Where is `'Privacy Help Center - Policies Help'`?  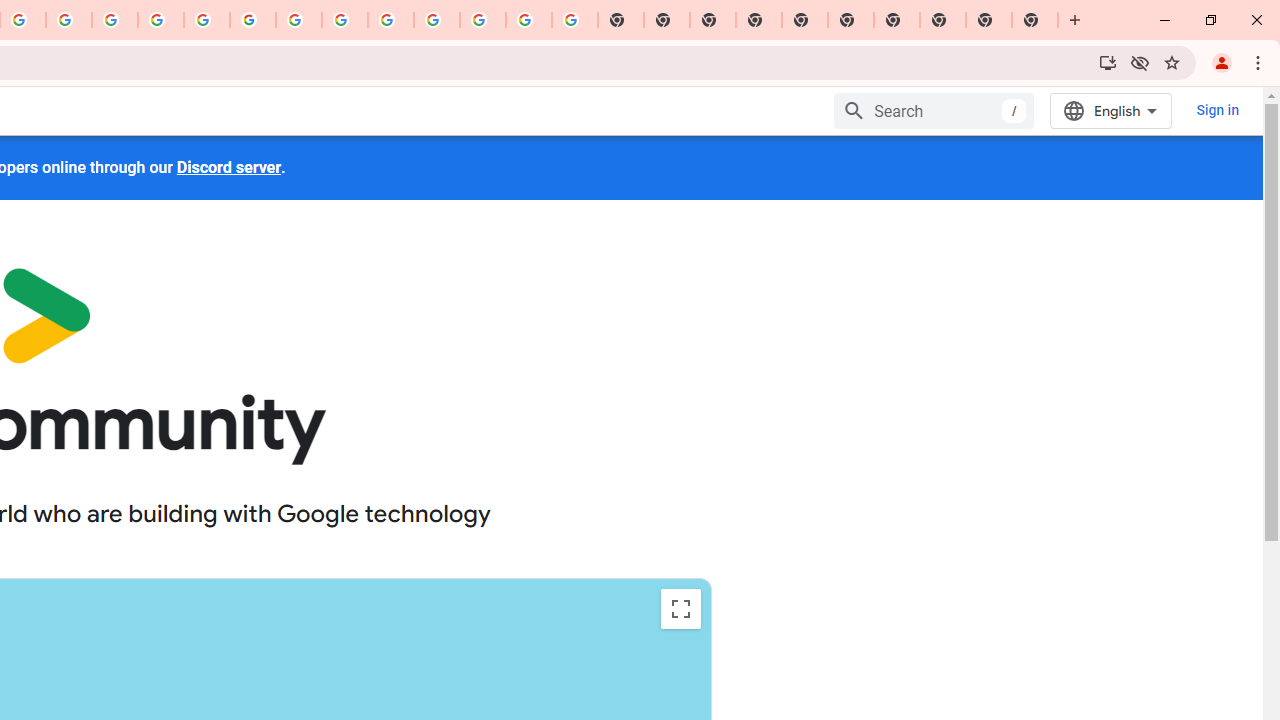 'Privacy Help Center - Policies Help' is located at coordinates (161, 20).